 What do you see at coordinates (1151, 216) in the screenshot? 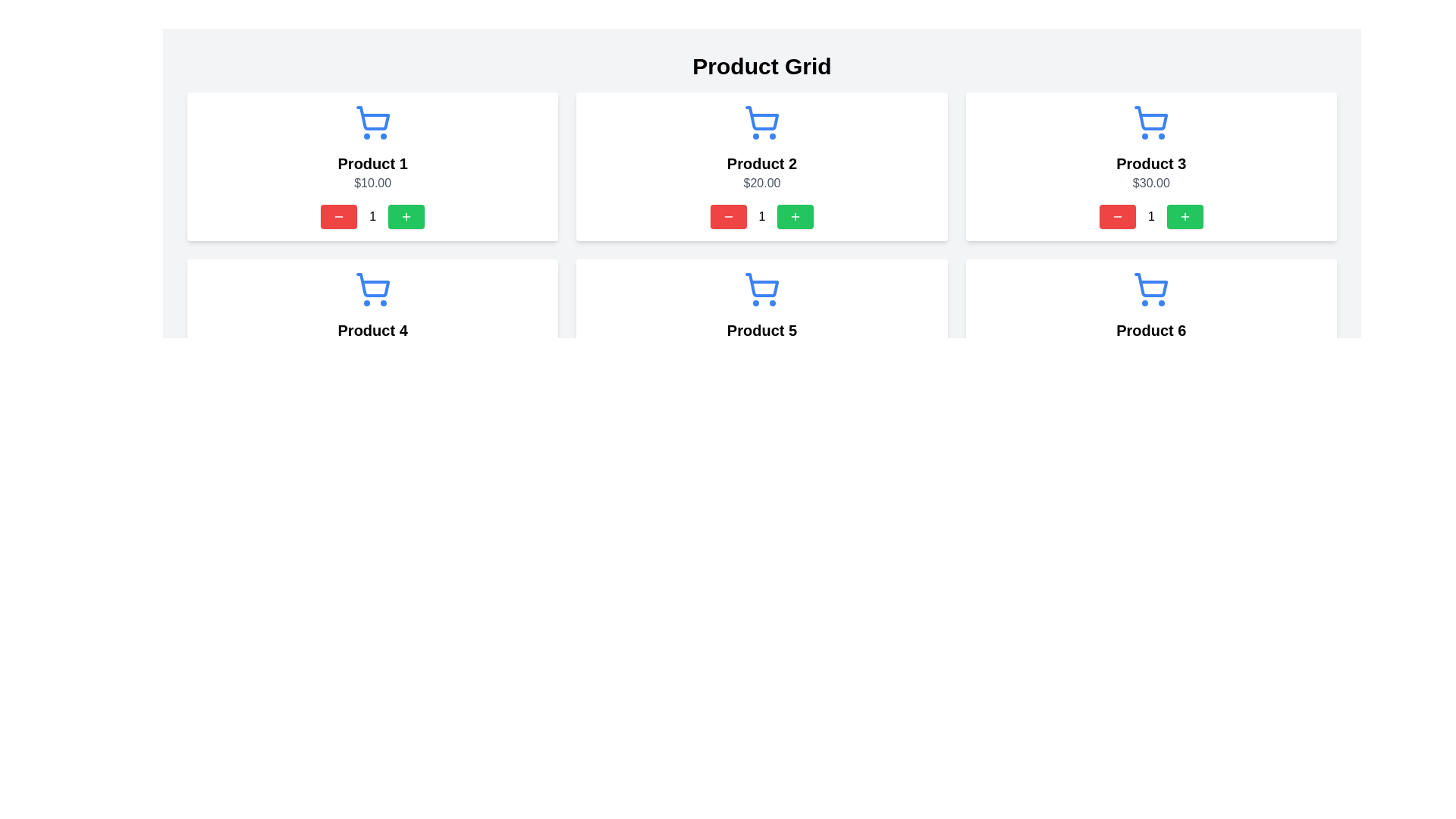
I see `the static text element displaying the number '1', which is positioned between a red minus button and a green plus button, indicating it is part of a counter component` at bounding box center [1151, 216].